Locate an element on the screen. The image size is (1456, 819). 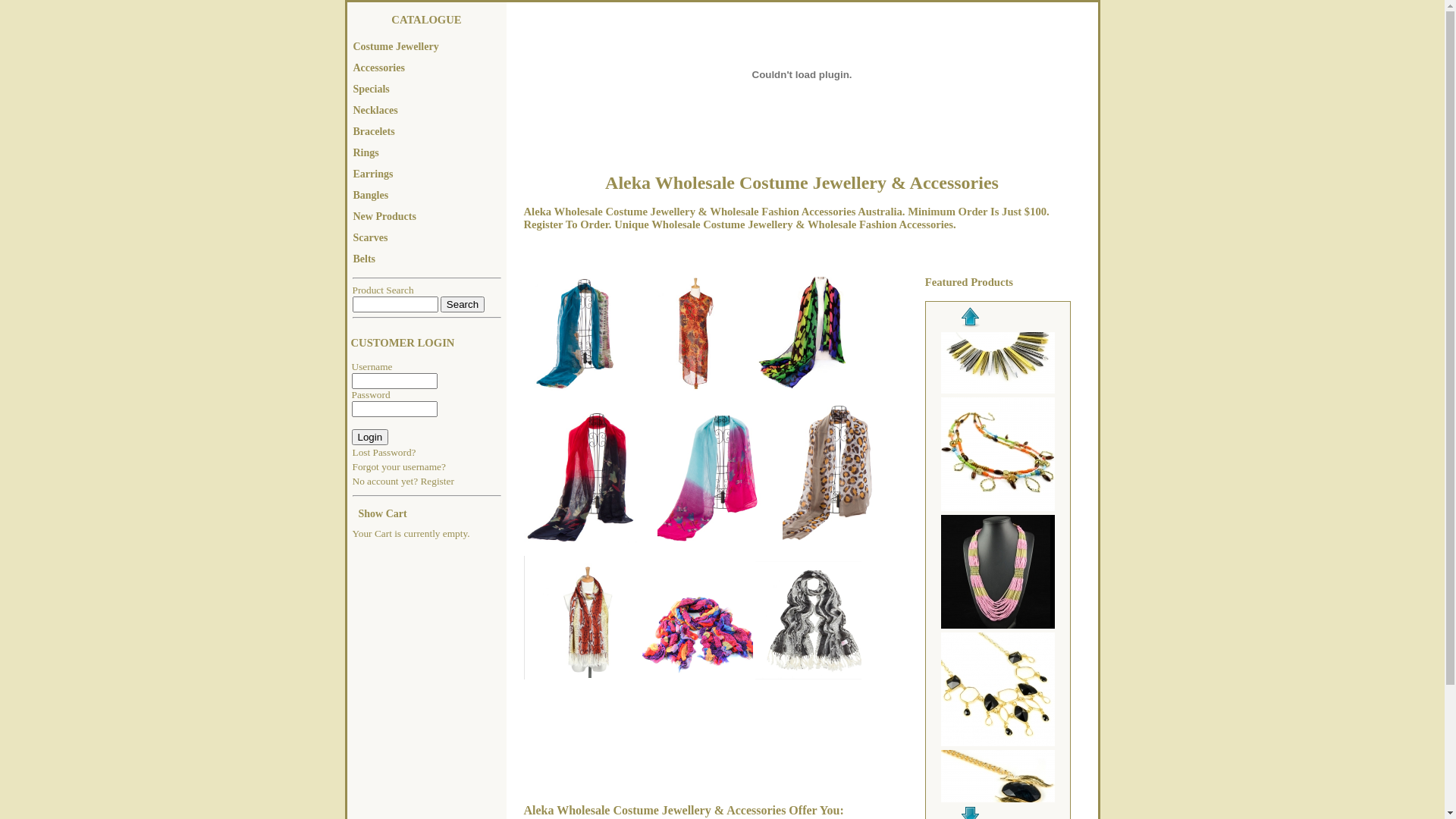
'Necklaces' is located at coordinates (425, 110).